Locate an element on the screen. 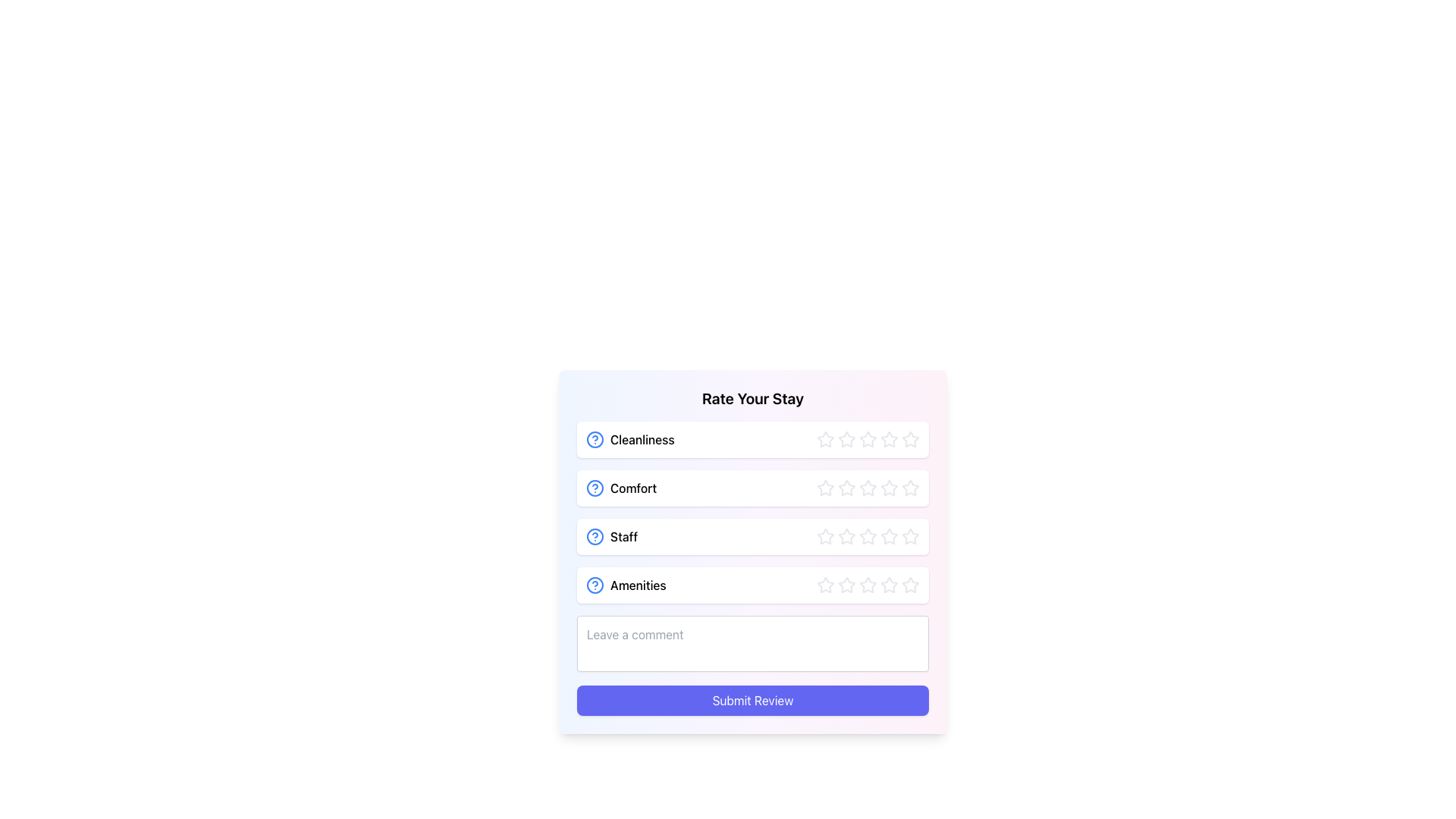  the fourth star in the rating interface is located at coordinates (868, 584).